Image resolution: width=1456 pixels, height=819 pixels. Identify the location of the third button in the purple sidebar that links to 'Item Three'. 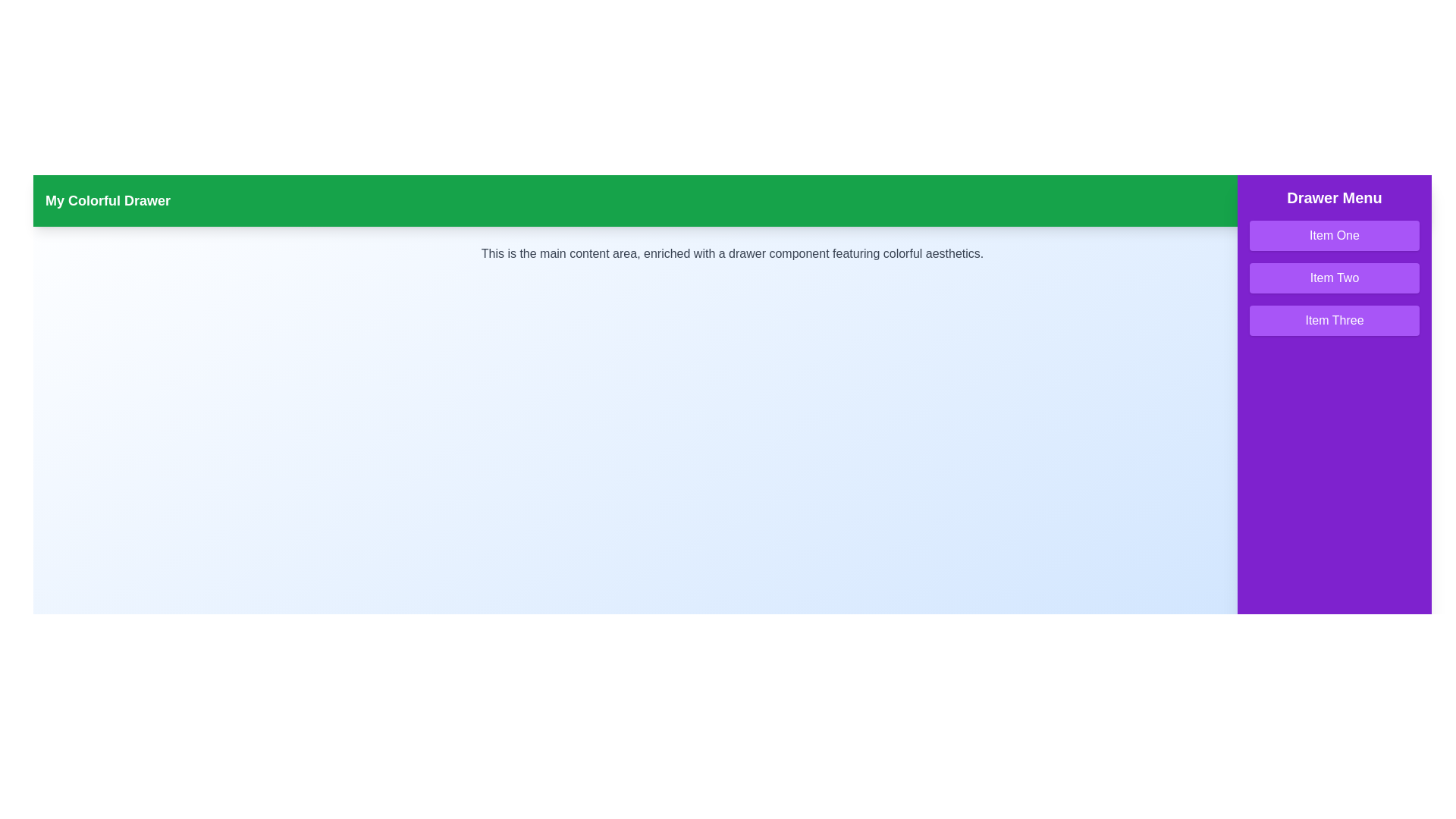
(1335, 320).